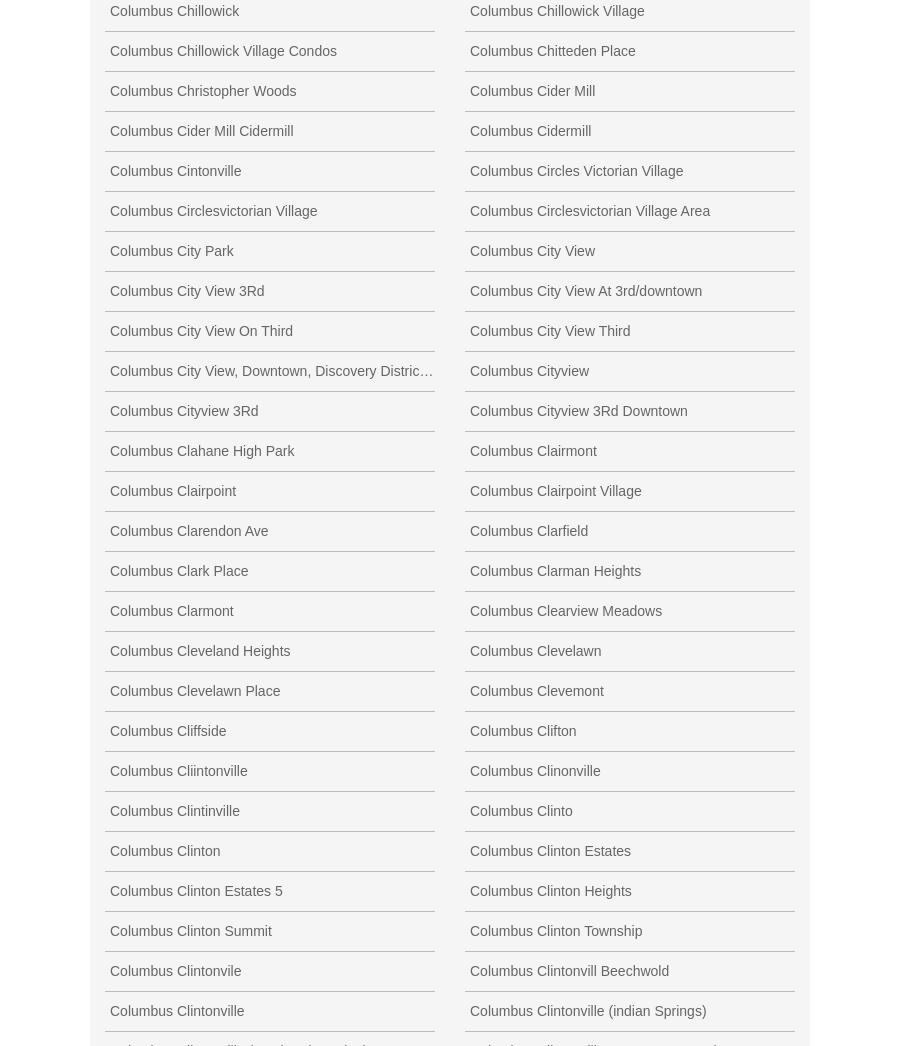 The height and width of the screenshot is (1046, 900). I want to click on 'Columbus City View On Third', so click(201, 329).